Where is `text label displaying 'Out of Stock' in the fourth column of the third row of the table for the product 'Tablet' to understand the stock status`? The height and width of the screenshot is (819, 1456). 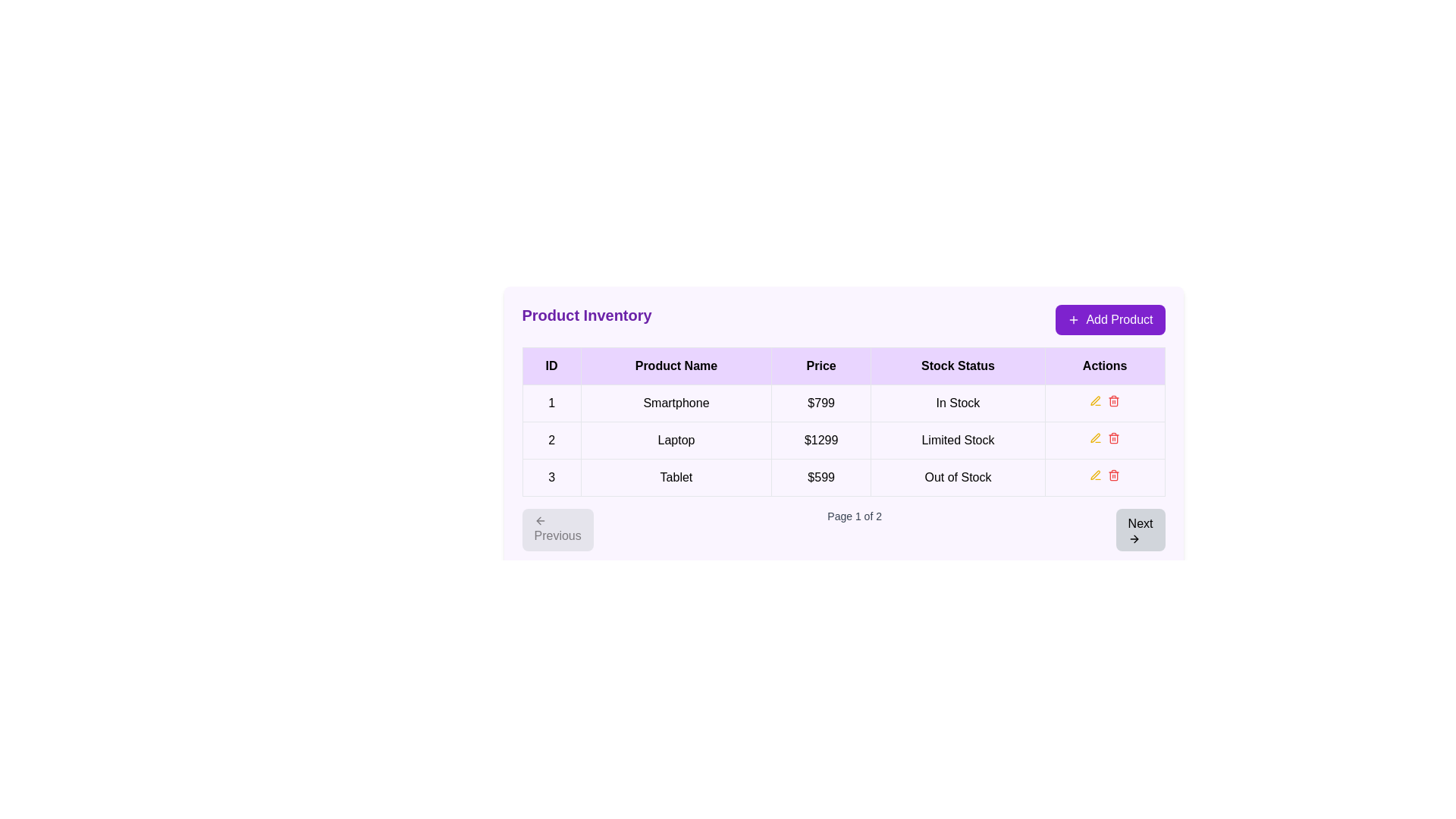
text label displaying 'Out of Stock' in the fourth column of the third row of the table for the product 'Tablet' to understand the stock status is located at coordinates (957, 476).